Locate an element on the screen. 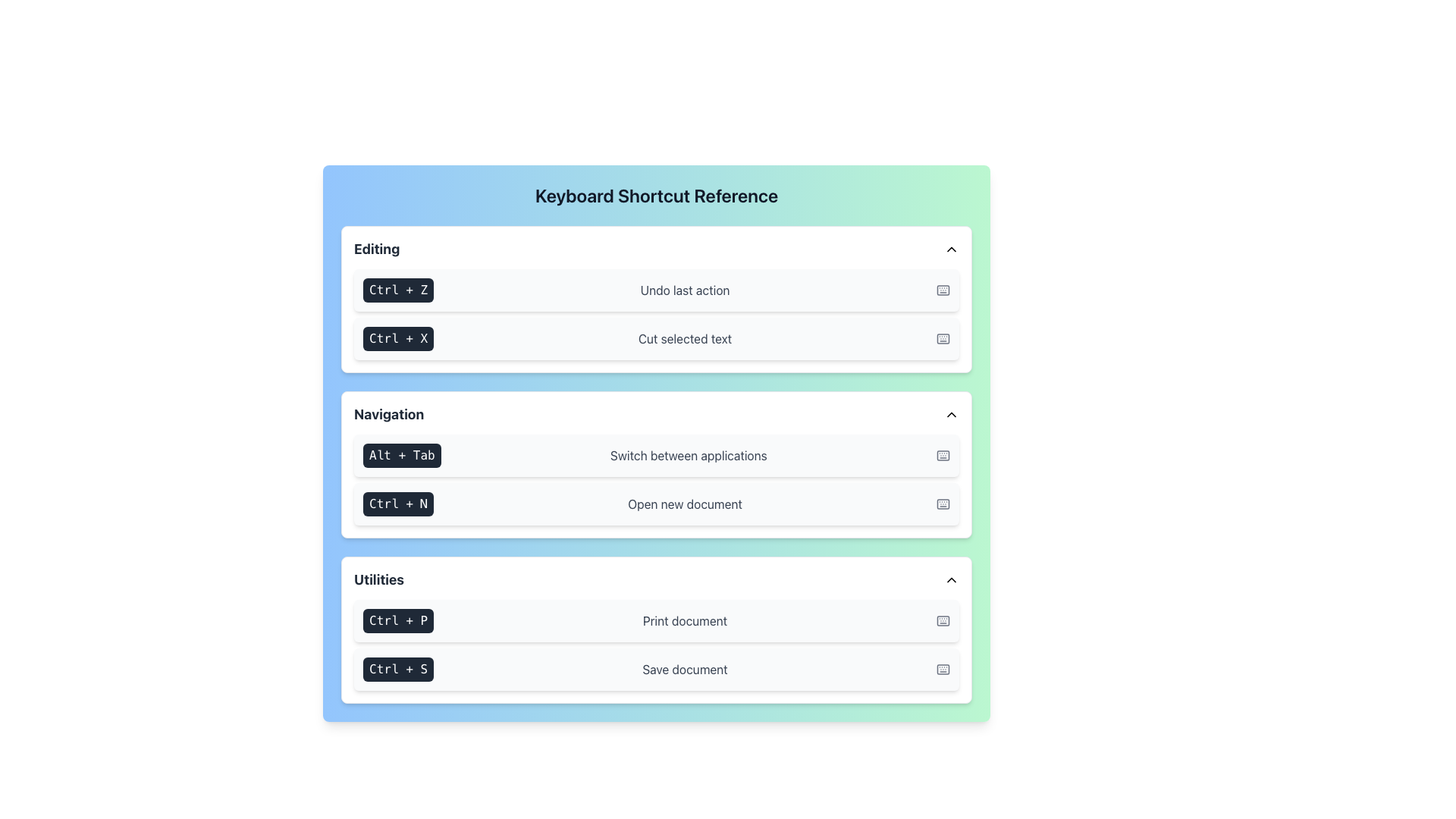 This screenshot has width=1456, height=819. the keyboard icon element located in the middle of the Navigation row under the Keyboard Shortcut Reference section is located at coordinates (942, 455).